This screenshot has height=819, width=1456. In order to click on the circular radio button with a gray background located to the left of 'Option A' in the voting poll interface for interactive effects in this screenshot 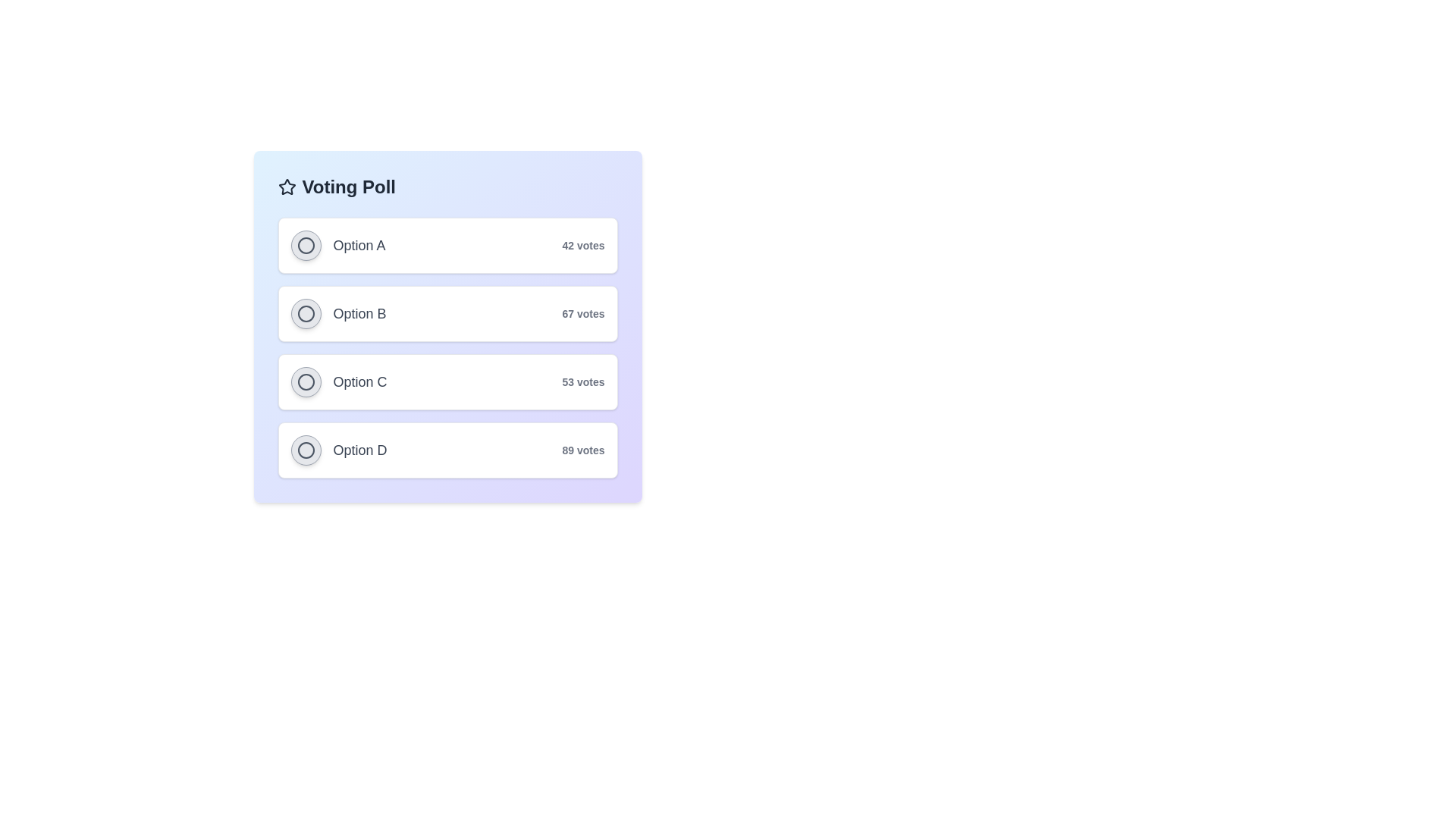, I will do `click(305, 245)`.